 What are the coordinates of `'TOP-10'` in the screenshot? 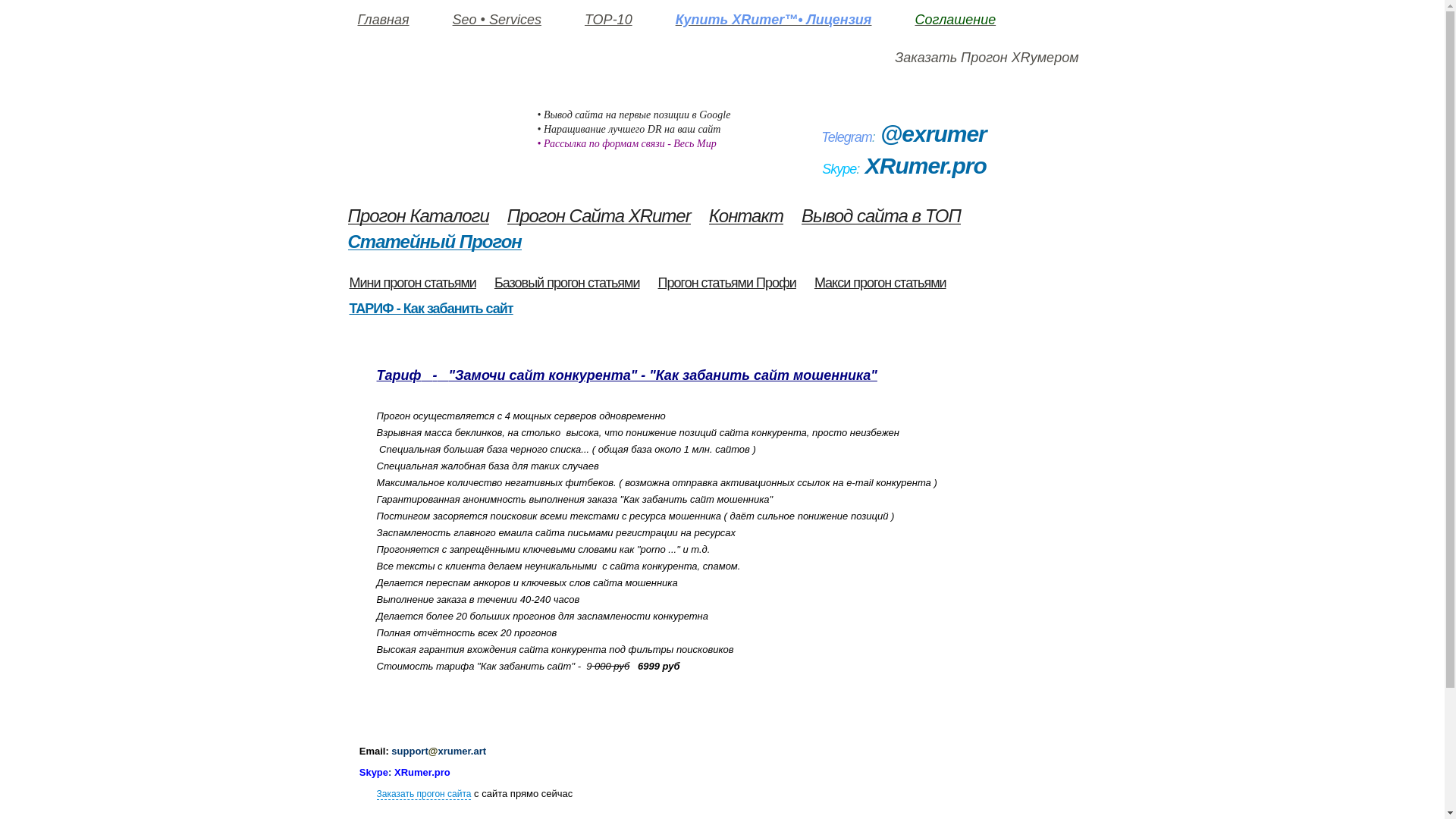 It's located at (608, 20).